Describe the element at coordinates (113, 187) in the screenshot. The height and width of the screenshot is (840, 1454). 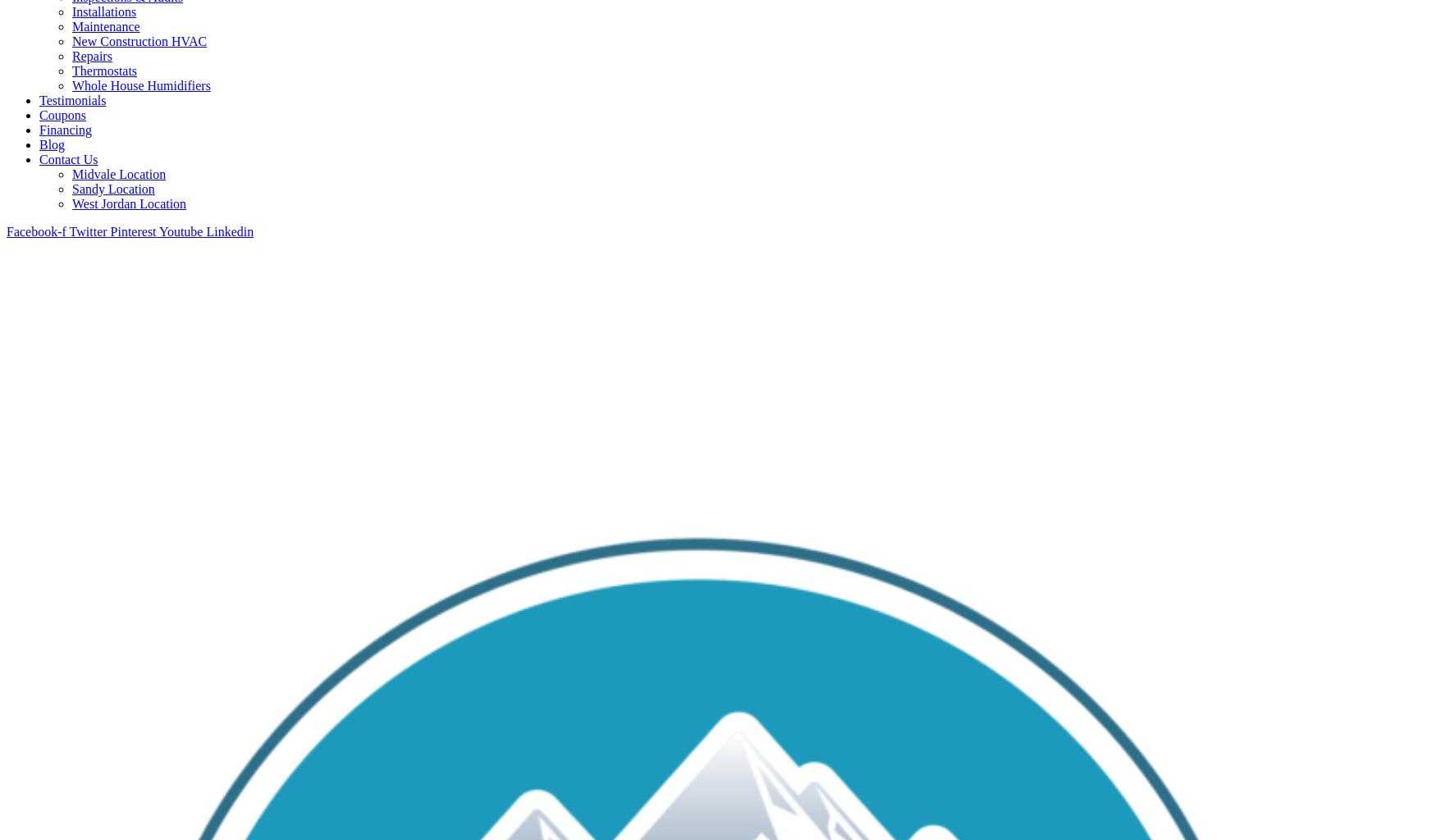
I see `'Sandy Location'` at that location.